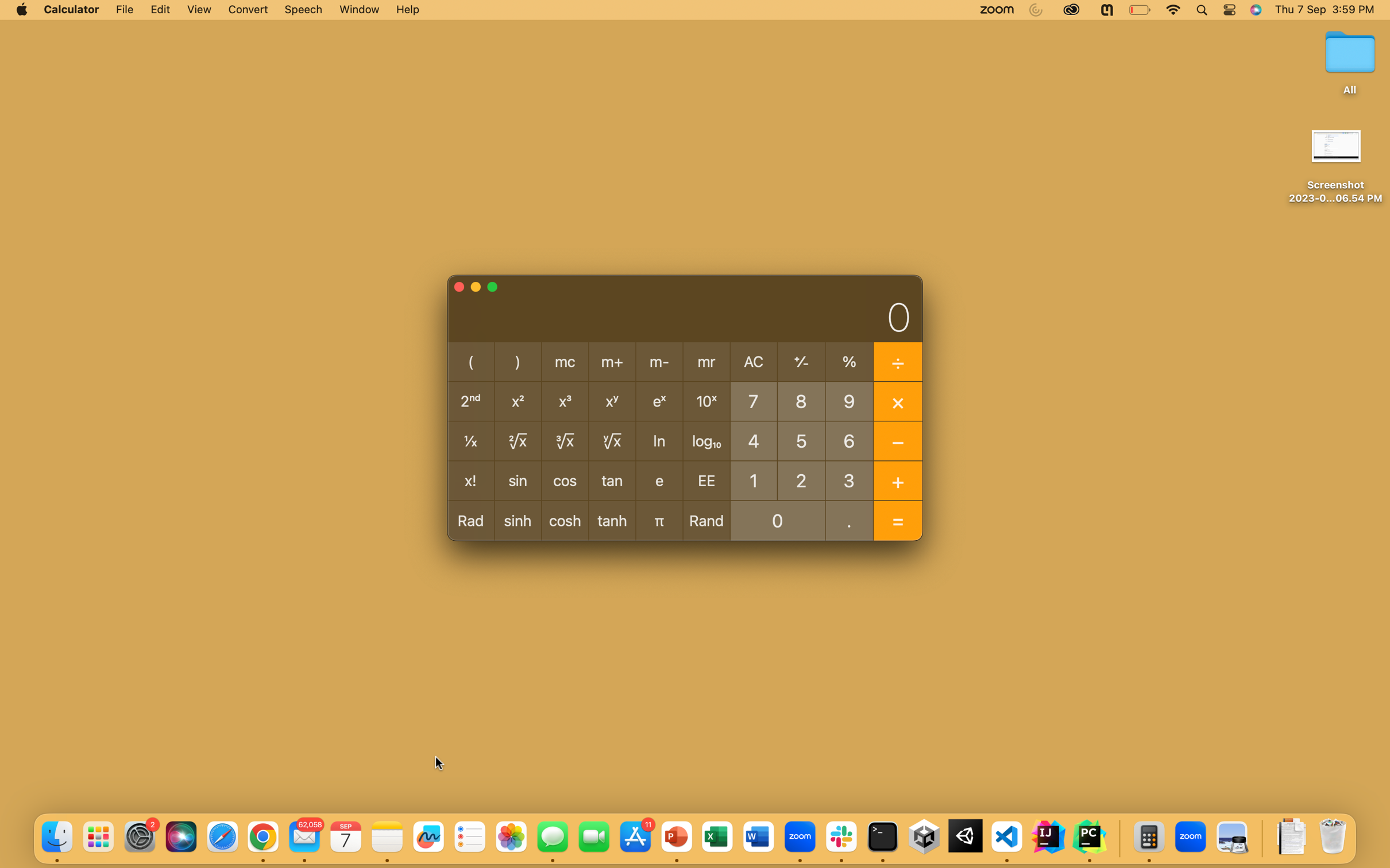 The height and width of the screenshot is (868, 1390). Describe the element at coordinates (801, 479) in the screenshot. I see `the cube root for the digit 27` at that location.